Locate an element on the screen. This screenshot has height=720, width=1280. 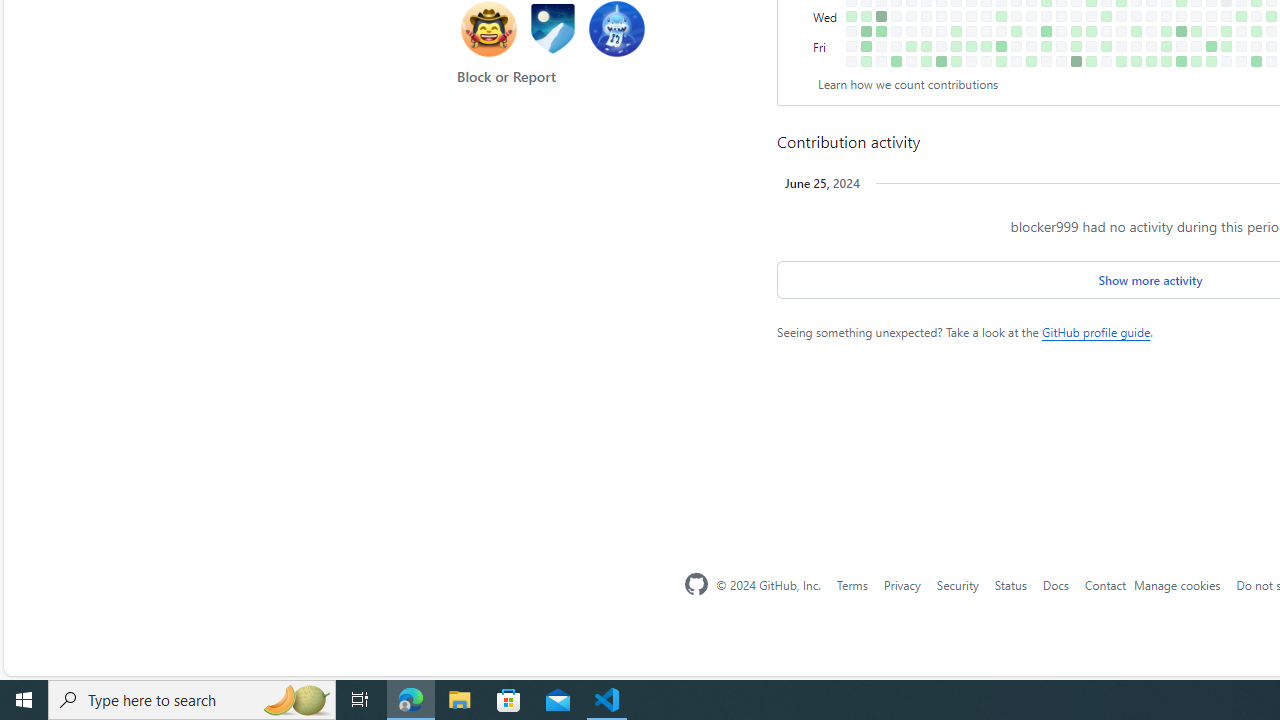
'Learn how we count contributions' is located at coordinates (907, 83).